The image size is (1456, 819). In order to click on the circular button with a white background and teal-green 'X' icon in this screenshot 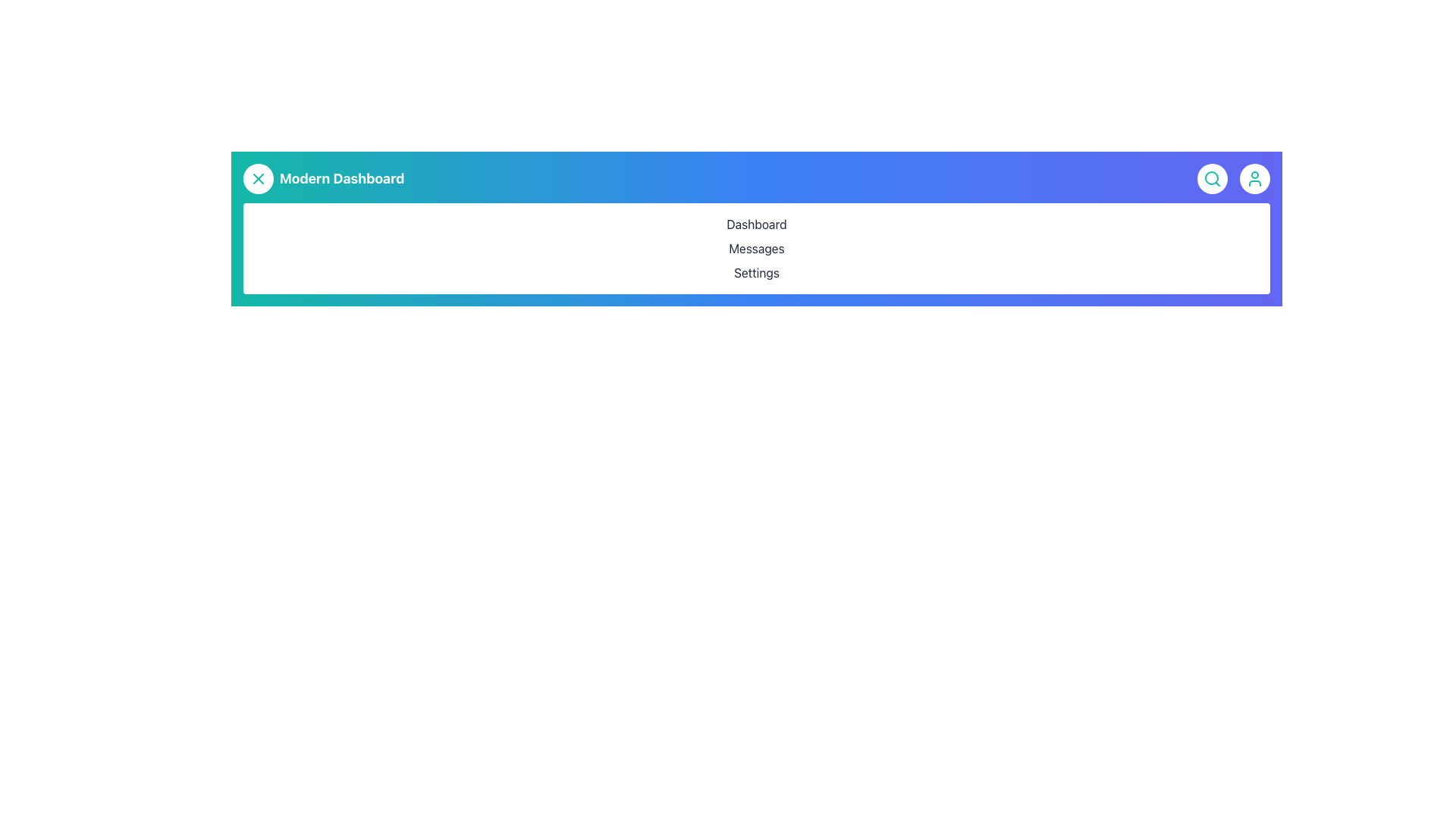, I will do `click(258, 177)`.